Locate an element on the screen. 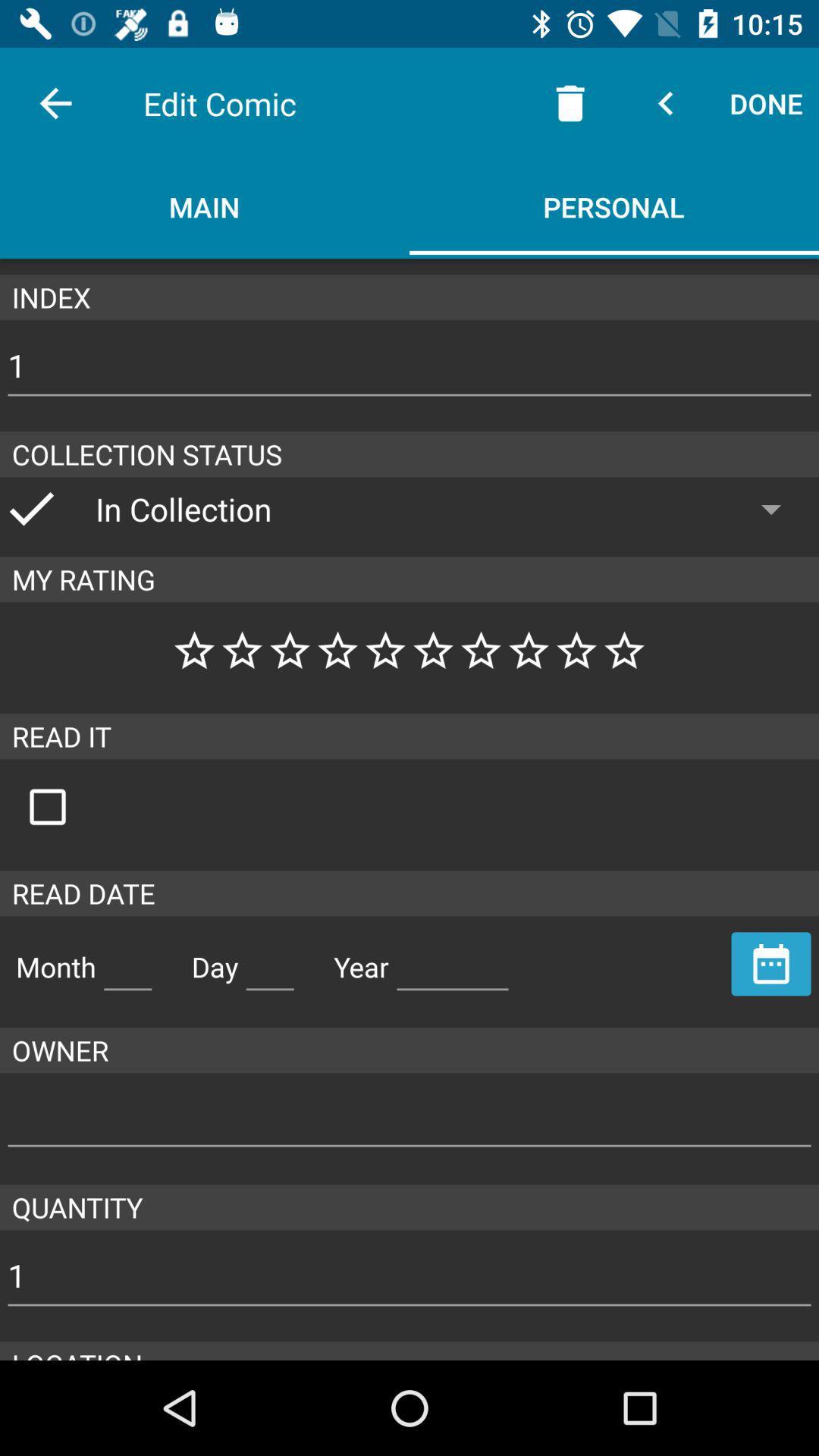 This screenshot has width=819, height=1456. insert year is located at coordinates (452, 960).